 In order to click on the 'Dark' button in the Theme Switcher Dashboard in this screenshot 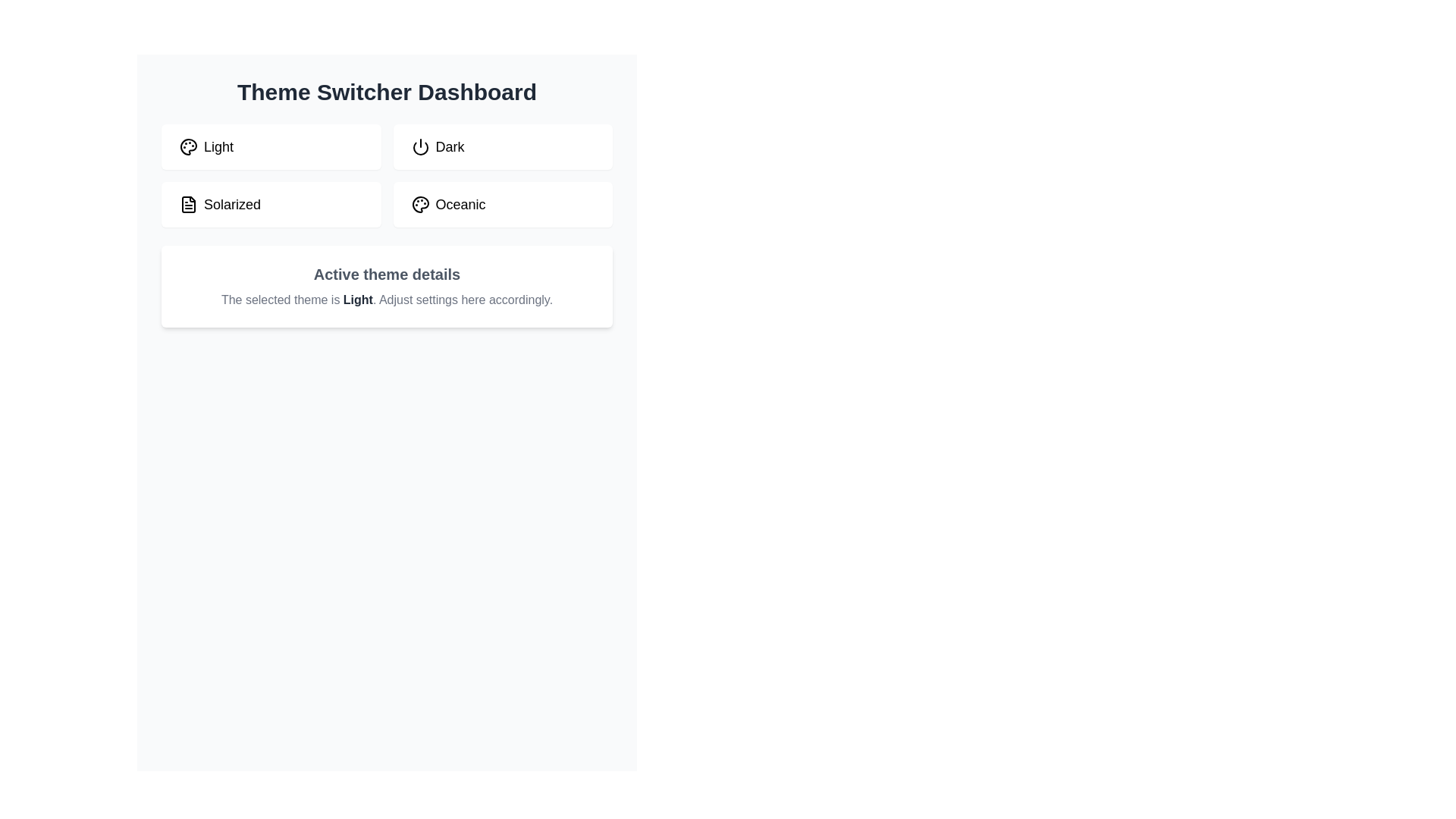, I will do `click(503, 146)`.